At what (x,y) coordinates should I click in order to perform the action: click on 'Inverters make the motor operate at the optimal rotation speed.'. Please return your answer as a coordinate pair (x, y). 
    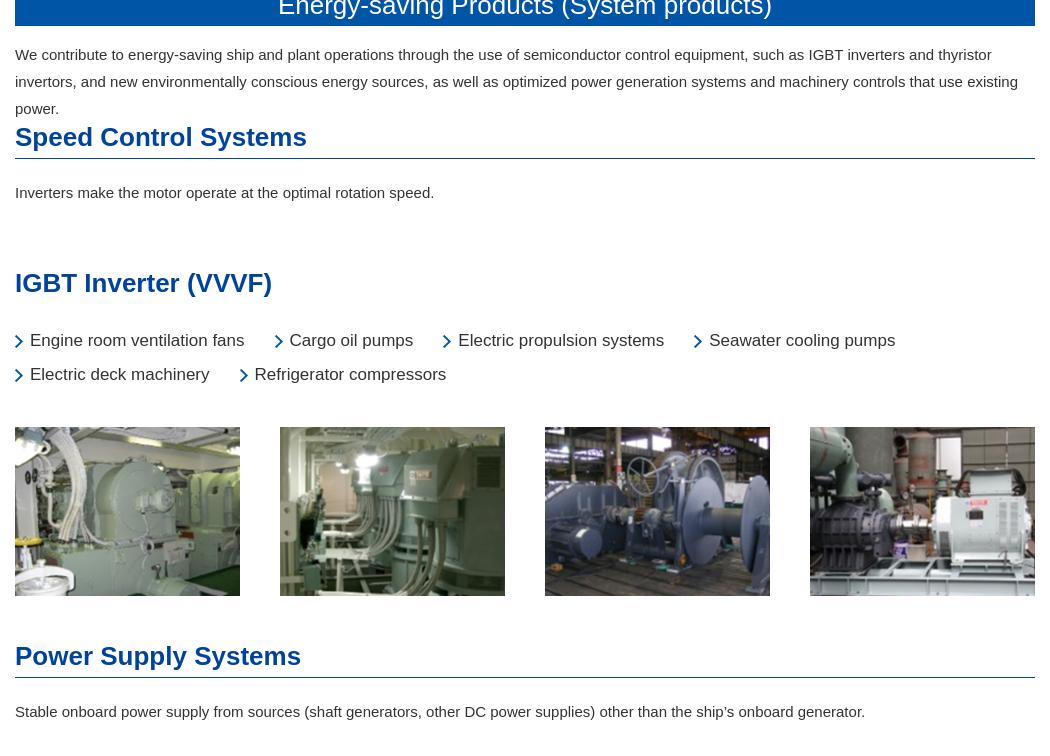
    Looking at the image, I should click on (223, 192).